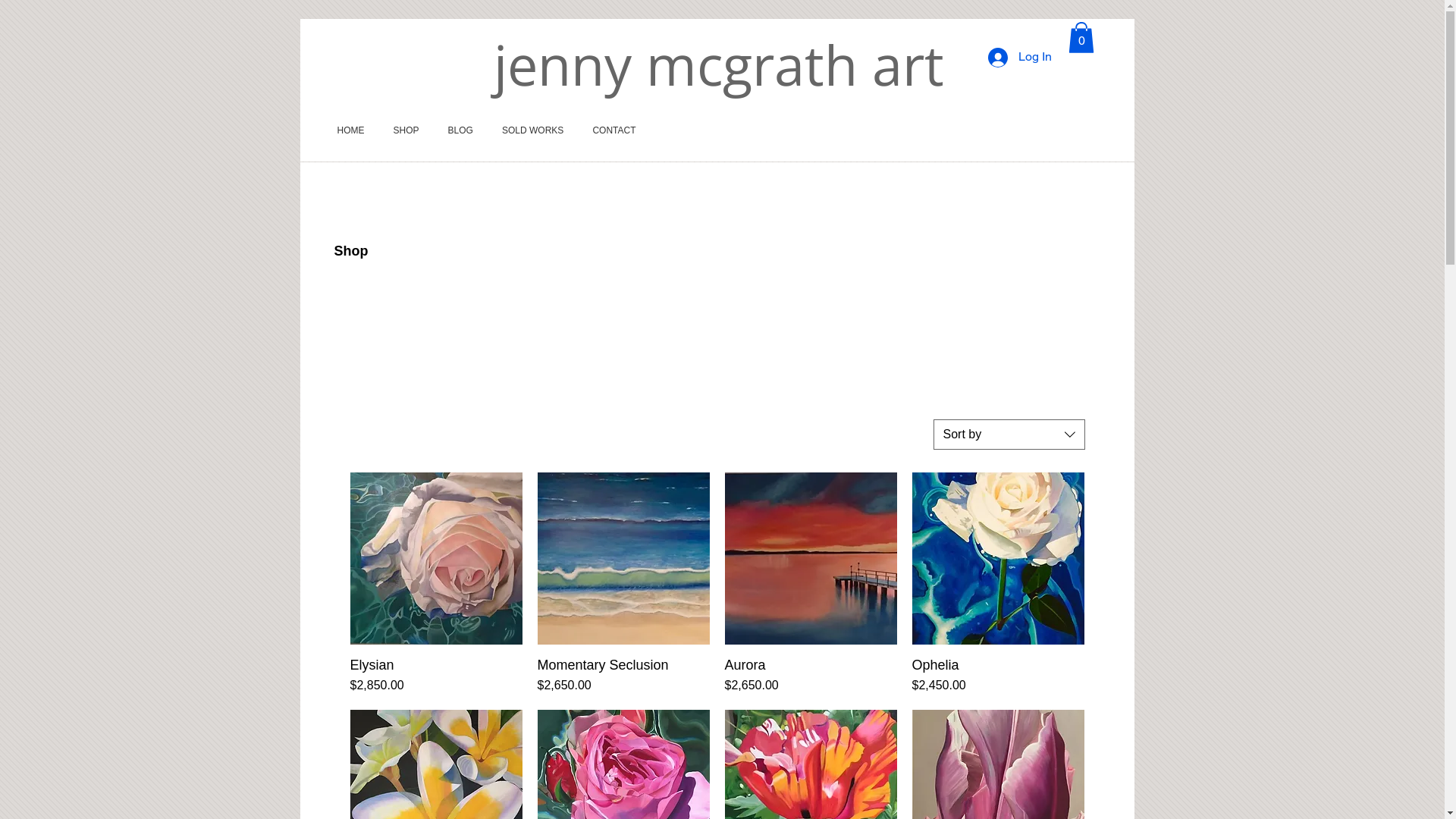  I want to click on 'Sort by', so click(1008, 435).